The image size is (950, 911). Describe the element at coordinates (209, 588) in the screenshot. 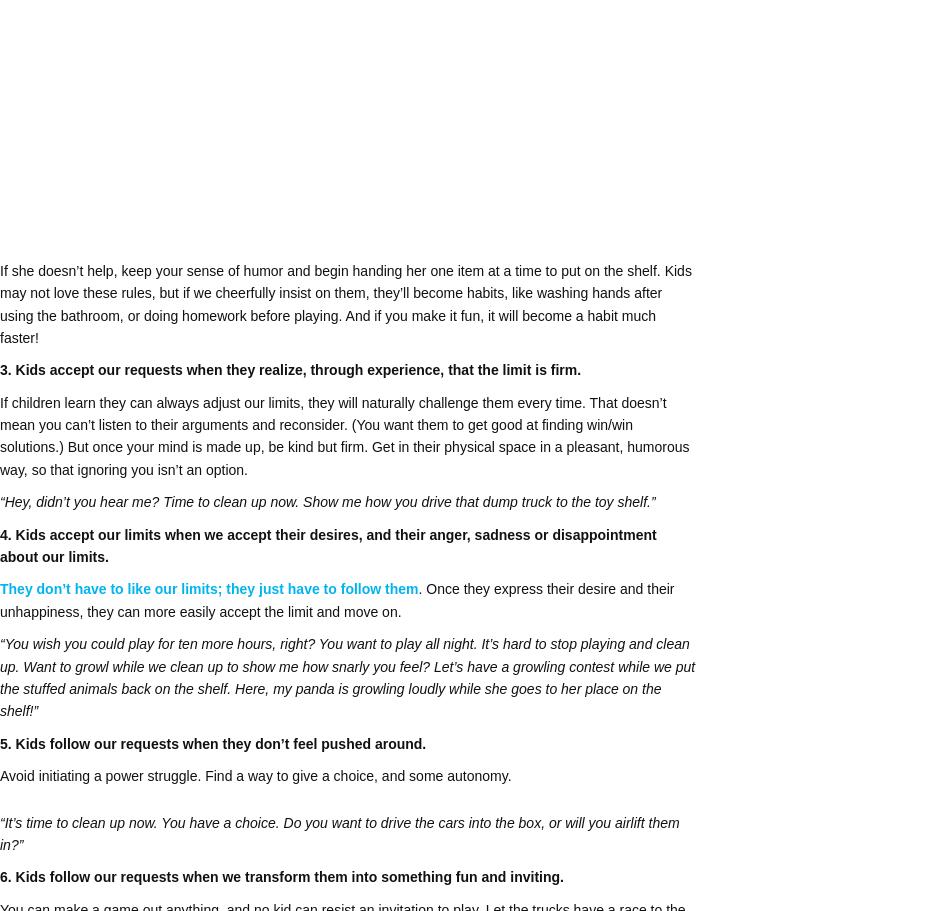

I see `'They don’t have to like our limits; they just have to follow them'` at that location.